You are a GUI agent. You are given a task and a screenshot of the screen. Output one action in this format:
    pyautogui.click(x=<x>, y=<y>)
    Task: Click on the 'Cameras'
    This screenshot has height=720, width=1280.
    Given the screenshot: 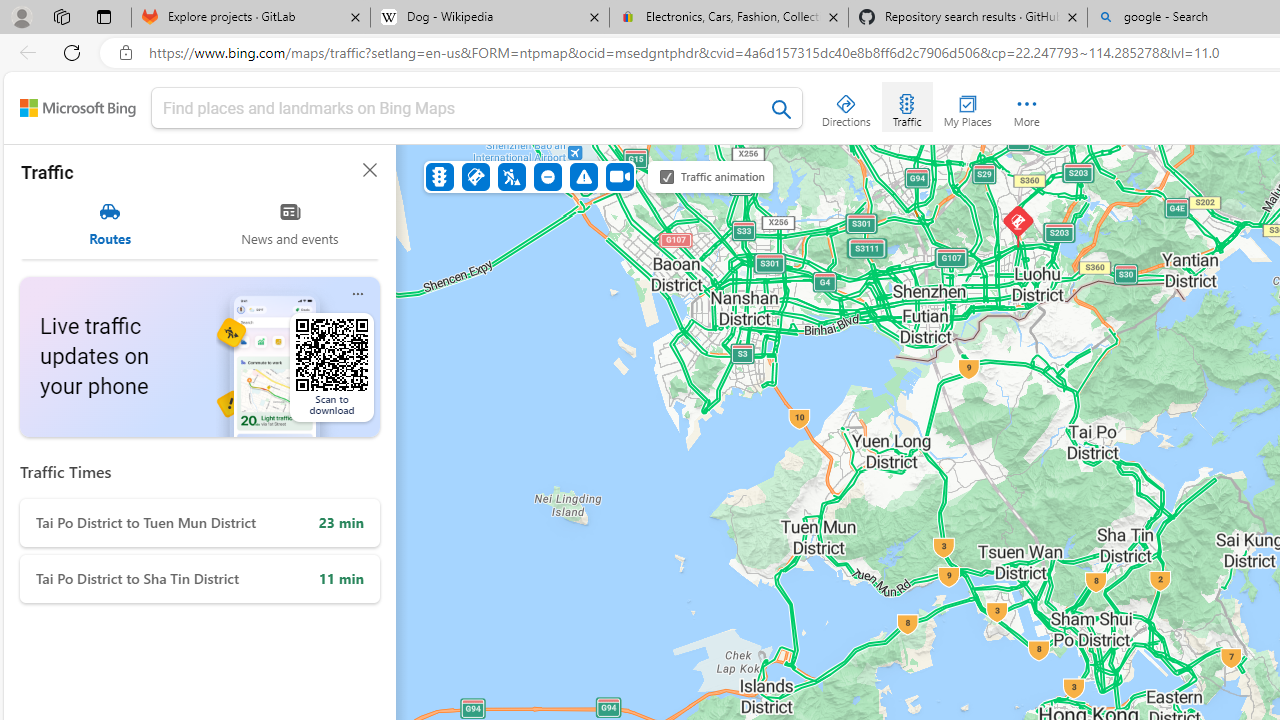 What is the action you would take?
    pyautogui.click(x=618, y=175)
    